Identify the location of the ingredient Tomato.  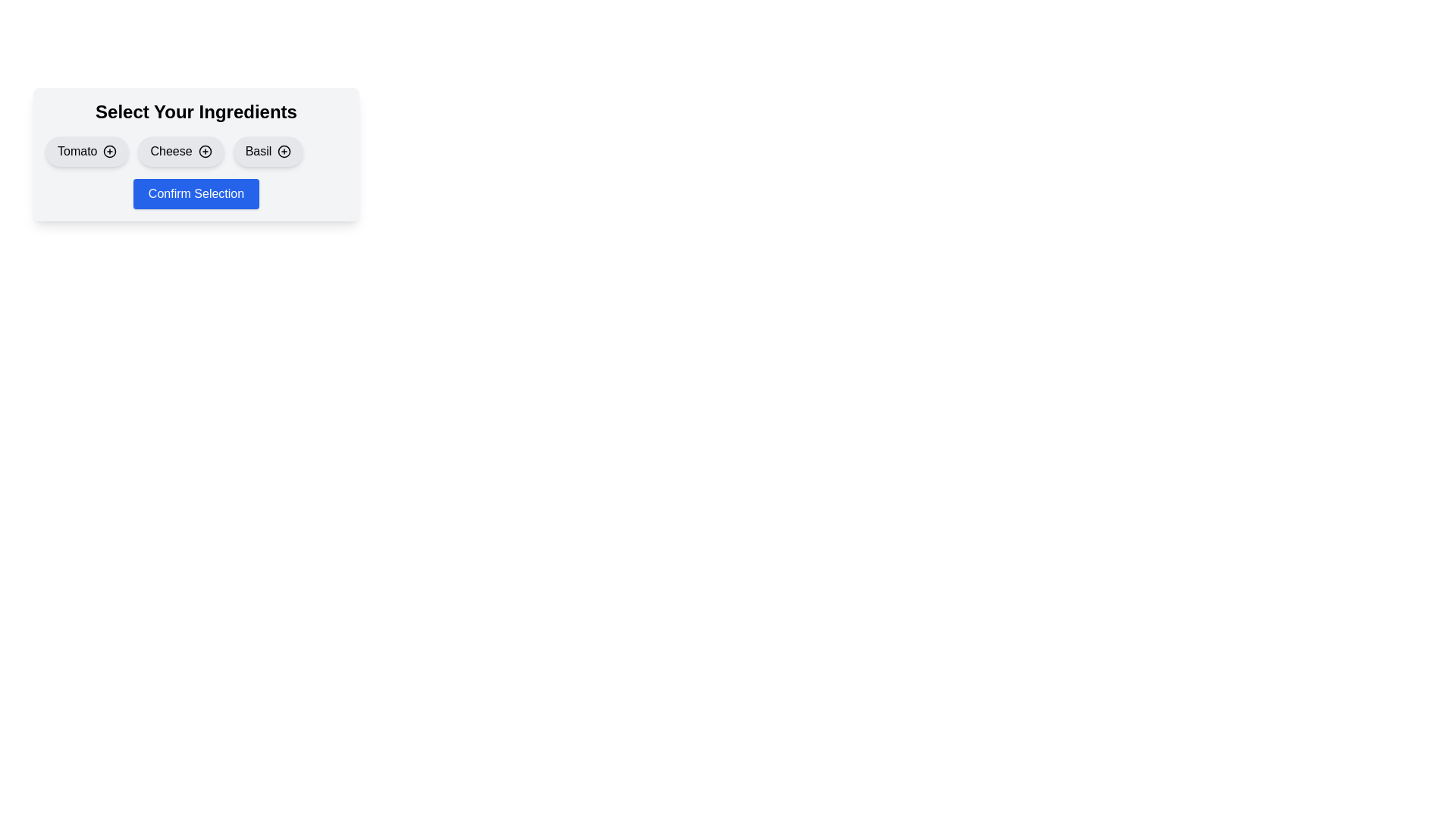
(86, 152).